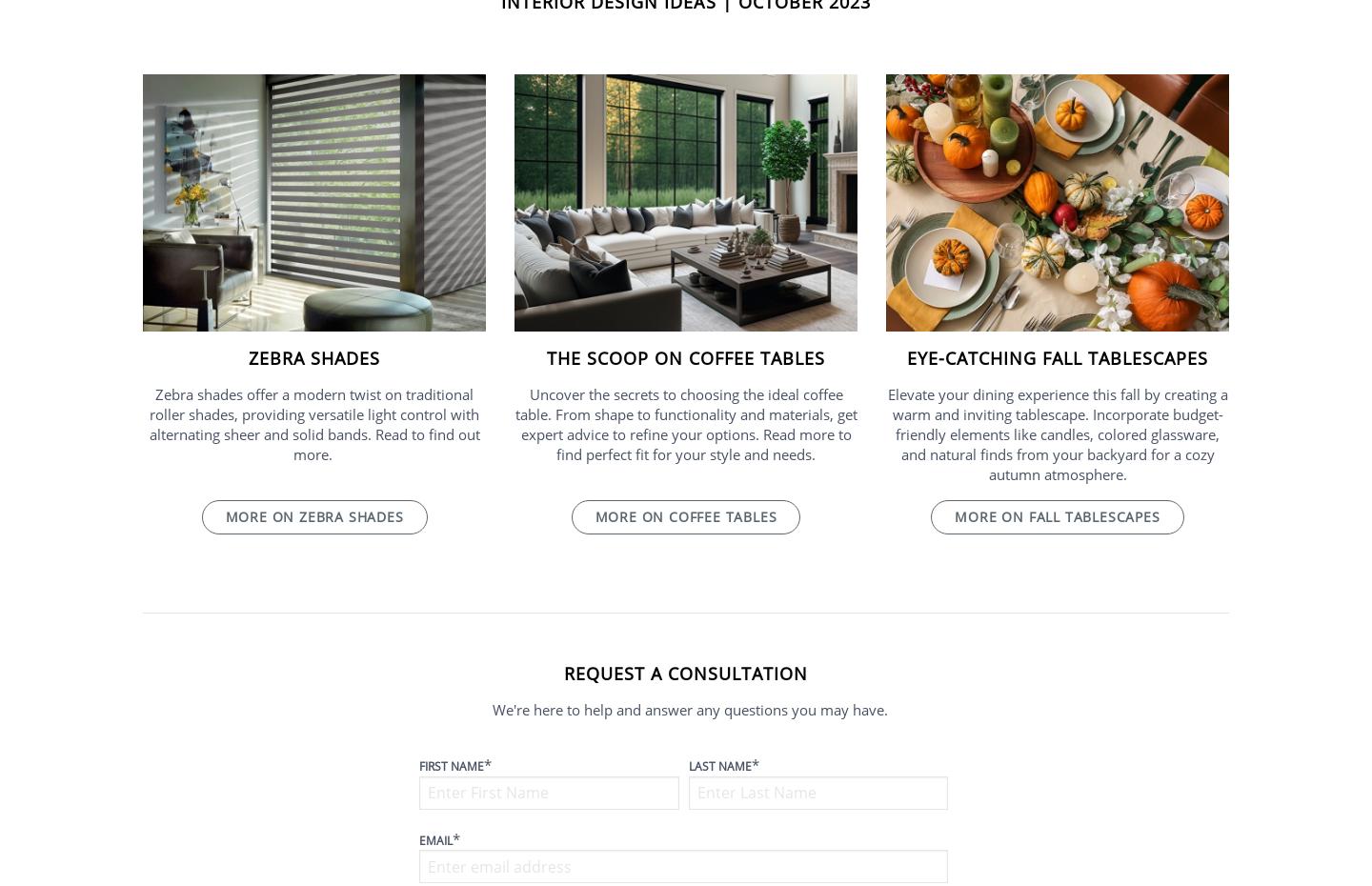  Describe the element at coordinates (1056, 515) in the screenshot. I see `'More on fall tablescapes'` at that location.